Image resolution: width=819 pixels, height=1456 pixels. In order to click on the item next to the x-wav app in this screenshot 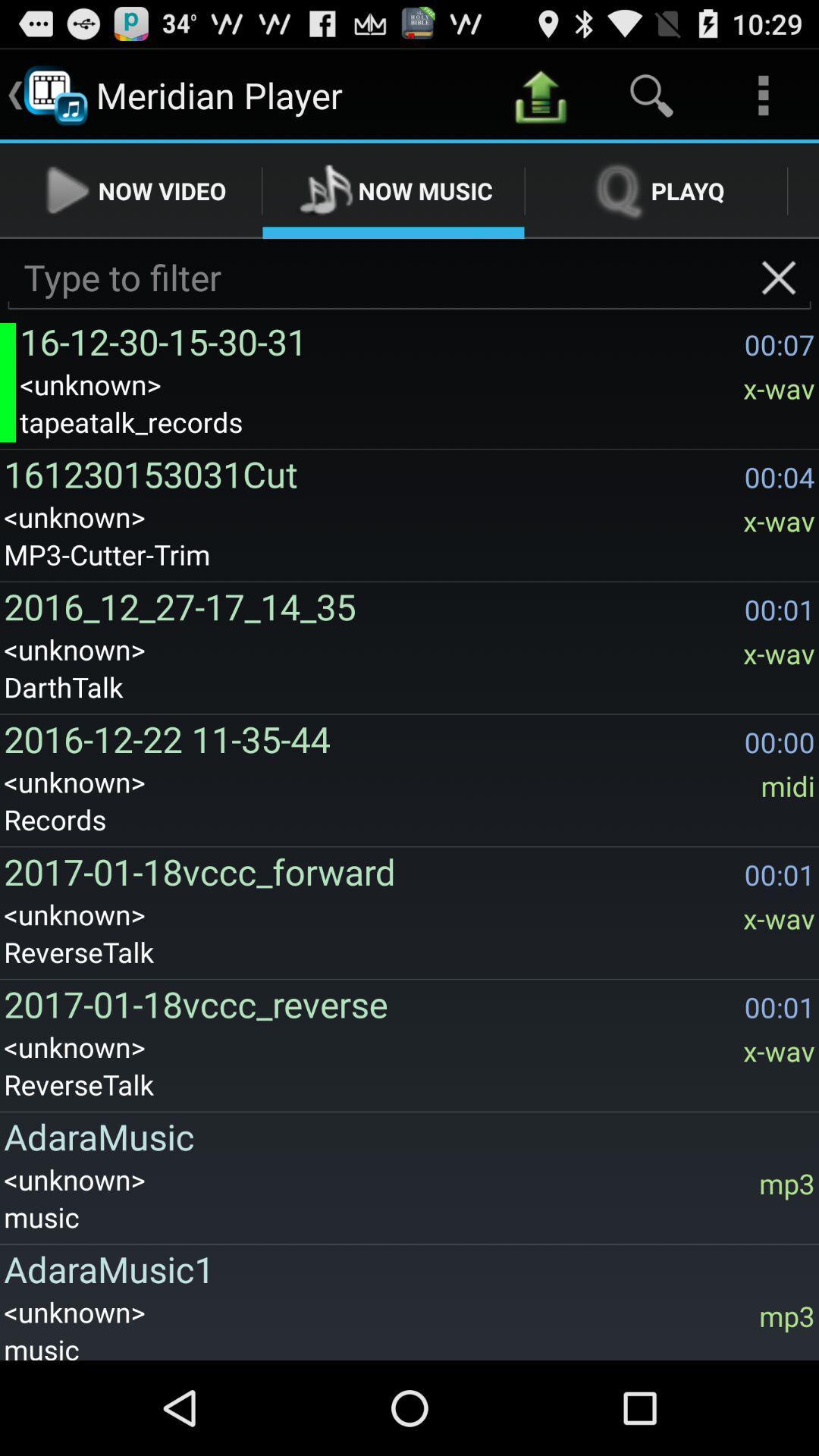, I will do `click(370, 473)`.